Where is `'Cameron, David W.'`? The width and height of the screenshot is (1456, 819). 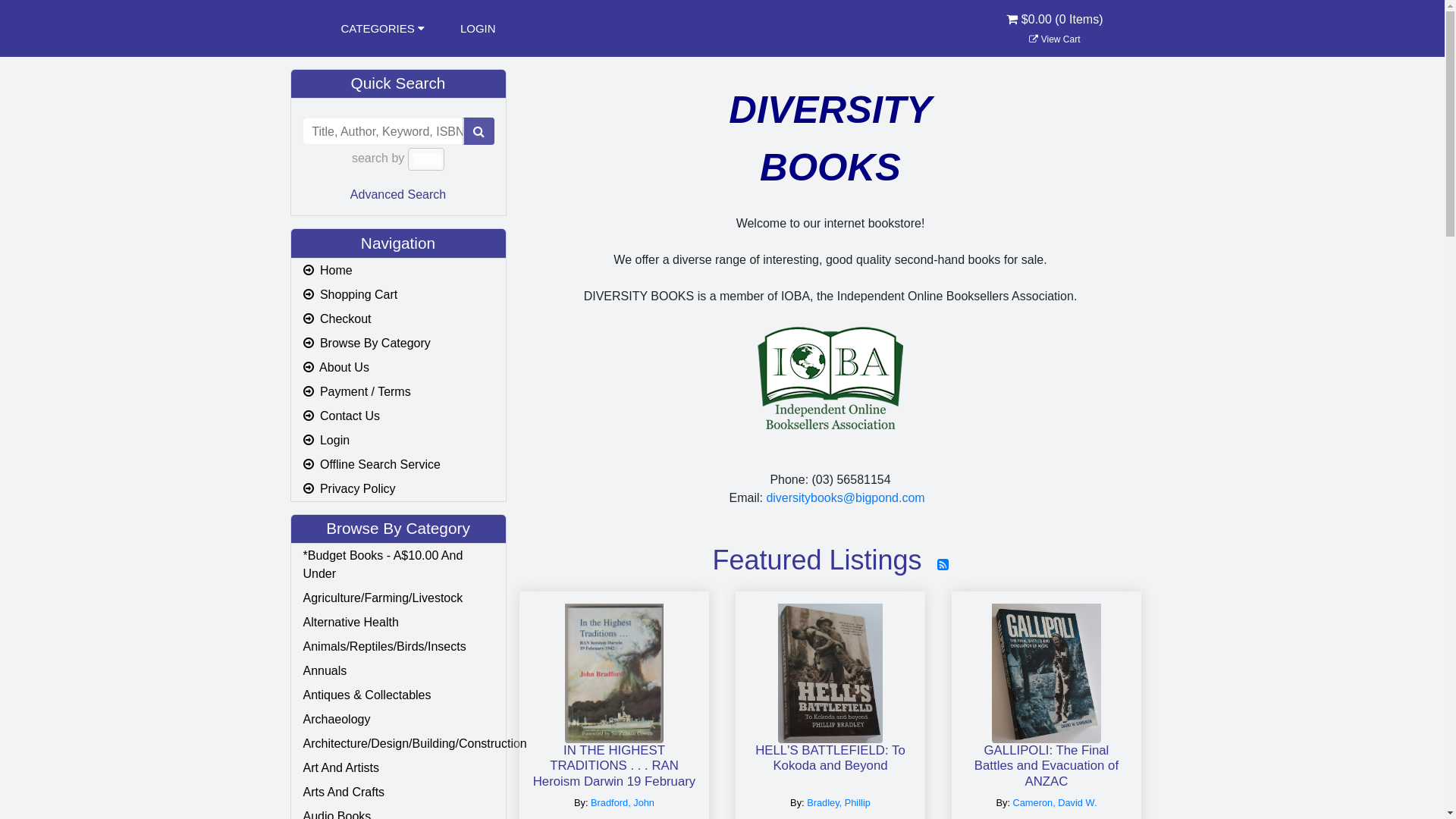 'Cameron, David W.' is located at coordinates (1012, 802).